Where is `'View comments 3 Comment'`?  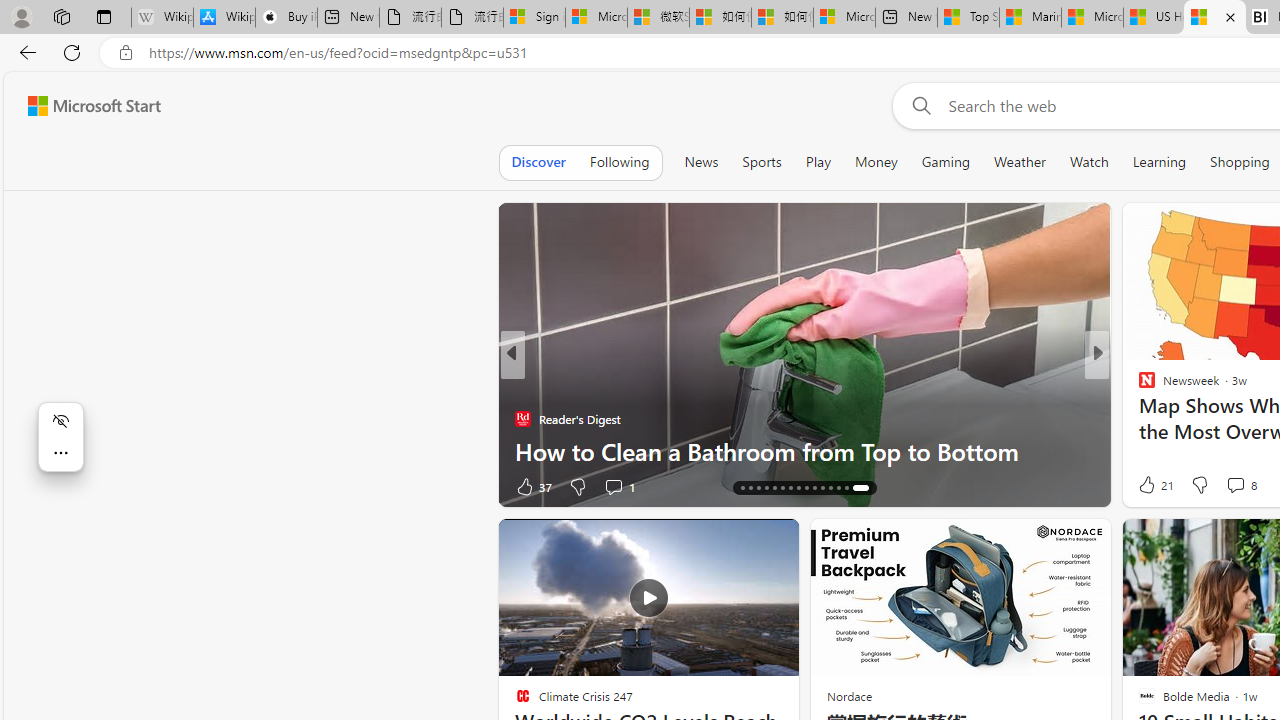 'View comments 3 Comment' is located at coordinates (1234, 486).